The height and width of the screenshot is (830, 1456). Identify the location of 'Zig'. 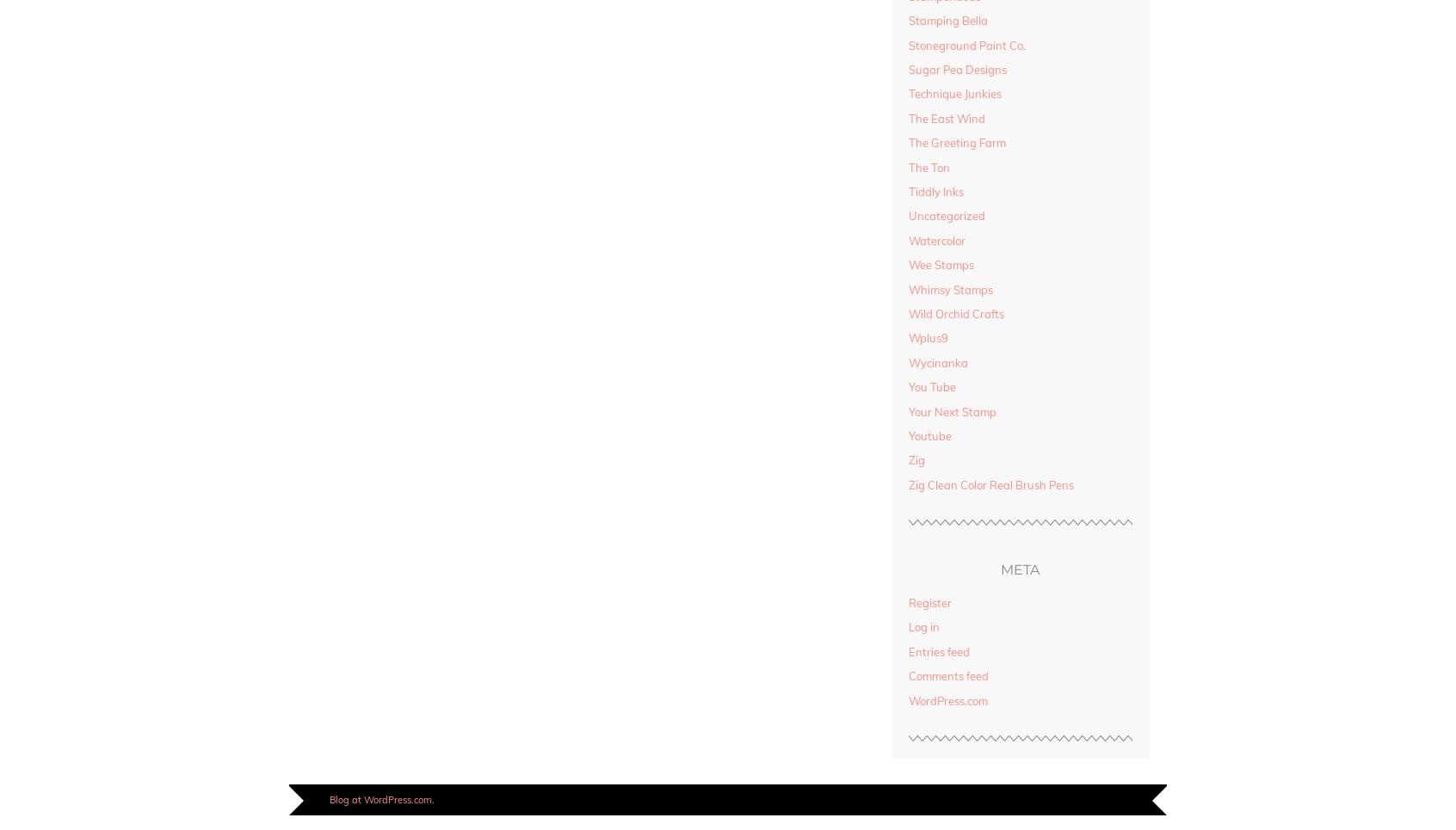
(916, 458).